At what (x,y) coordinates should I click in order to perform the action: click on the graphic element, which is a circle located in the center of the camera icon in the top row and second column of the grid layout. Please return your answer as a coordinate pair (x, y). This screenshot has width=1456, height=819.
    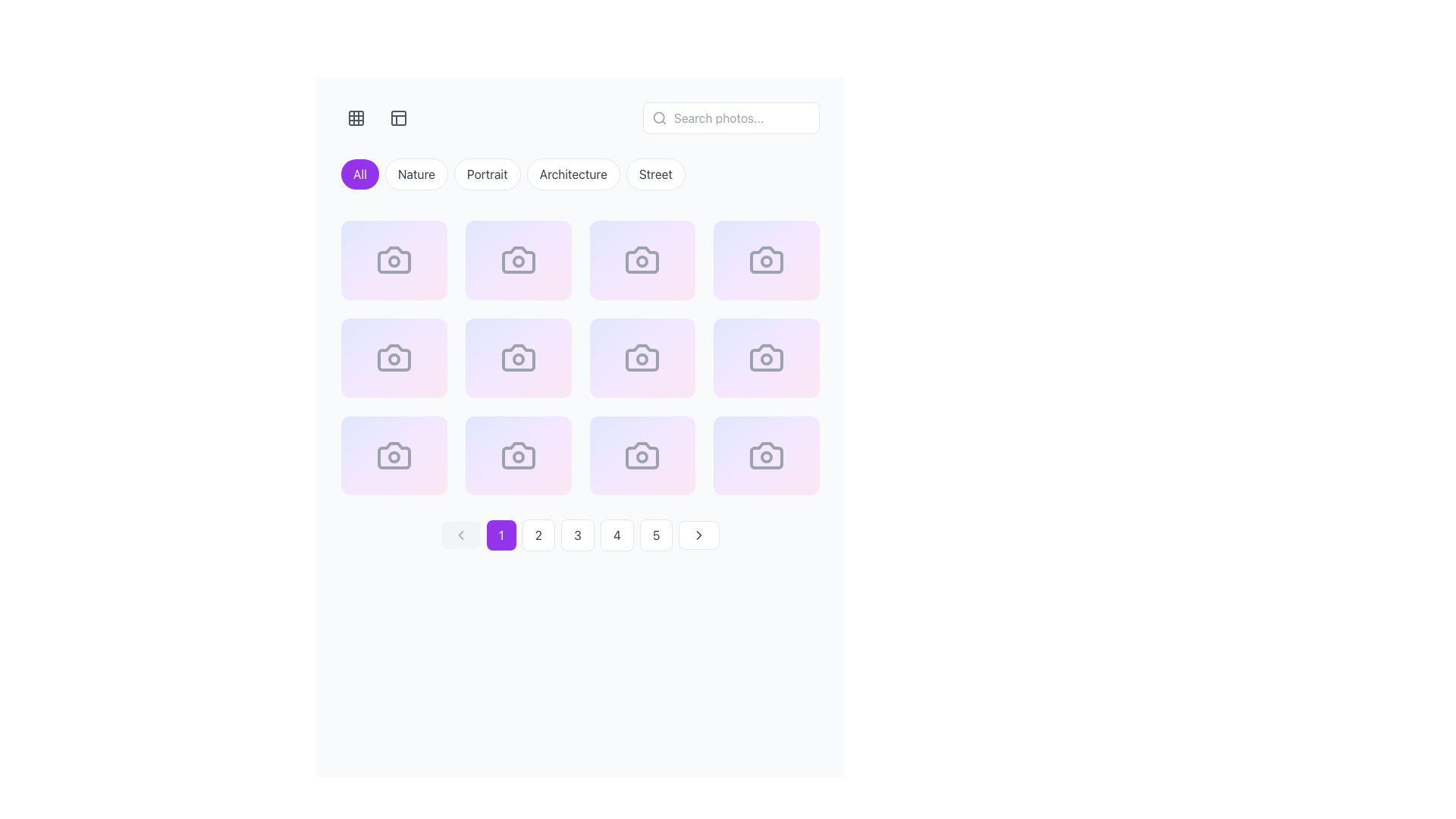
    Looking at the image, I should click on (518, 261).